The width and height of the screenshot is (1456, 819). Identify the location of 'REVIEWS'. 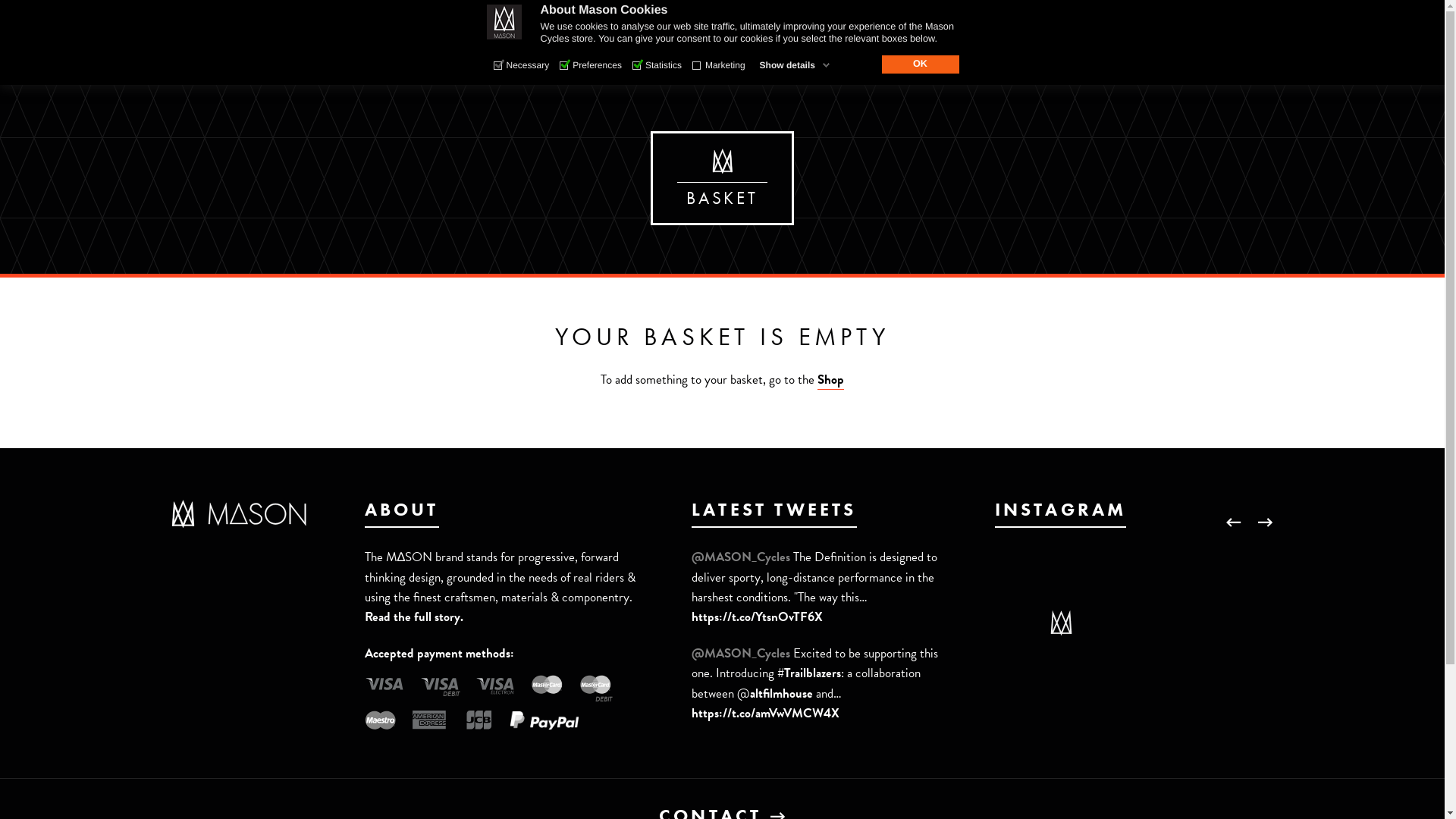
(833, 55).